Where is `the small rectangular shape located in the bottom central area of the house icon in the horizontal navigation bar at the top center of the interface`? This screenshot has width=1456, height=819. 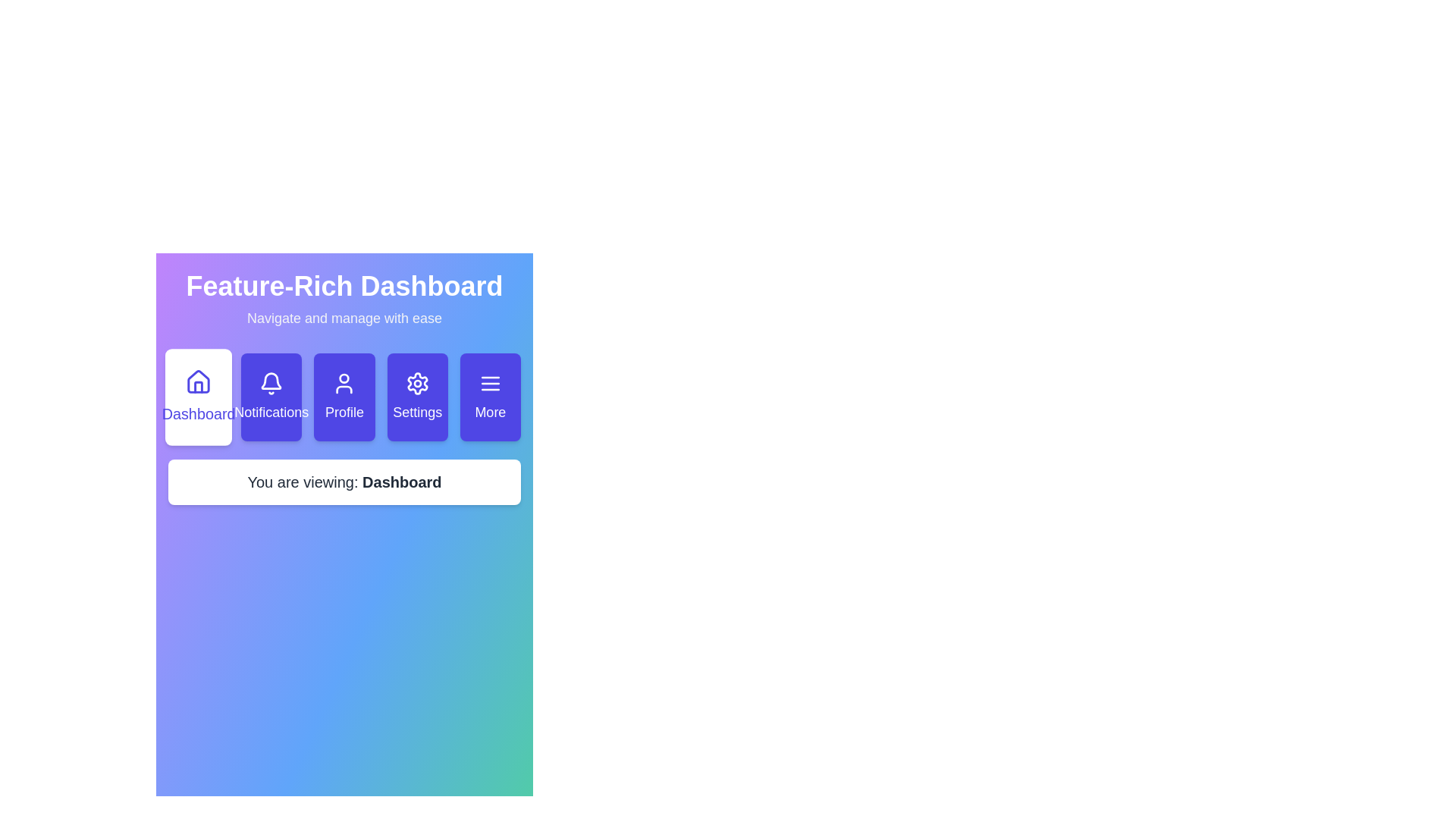 the small rectangular shape located in the bottom central area of the house icon in the horizontal navigation bar at the top center of the interface is located at coordinates (198, 386).